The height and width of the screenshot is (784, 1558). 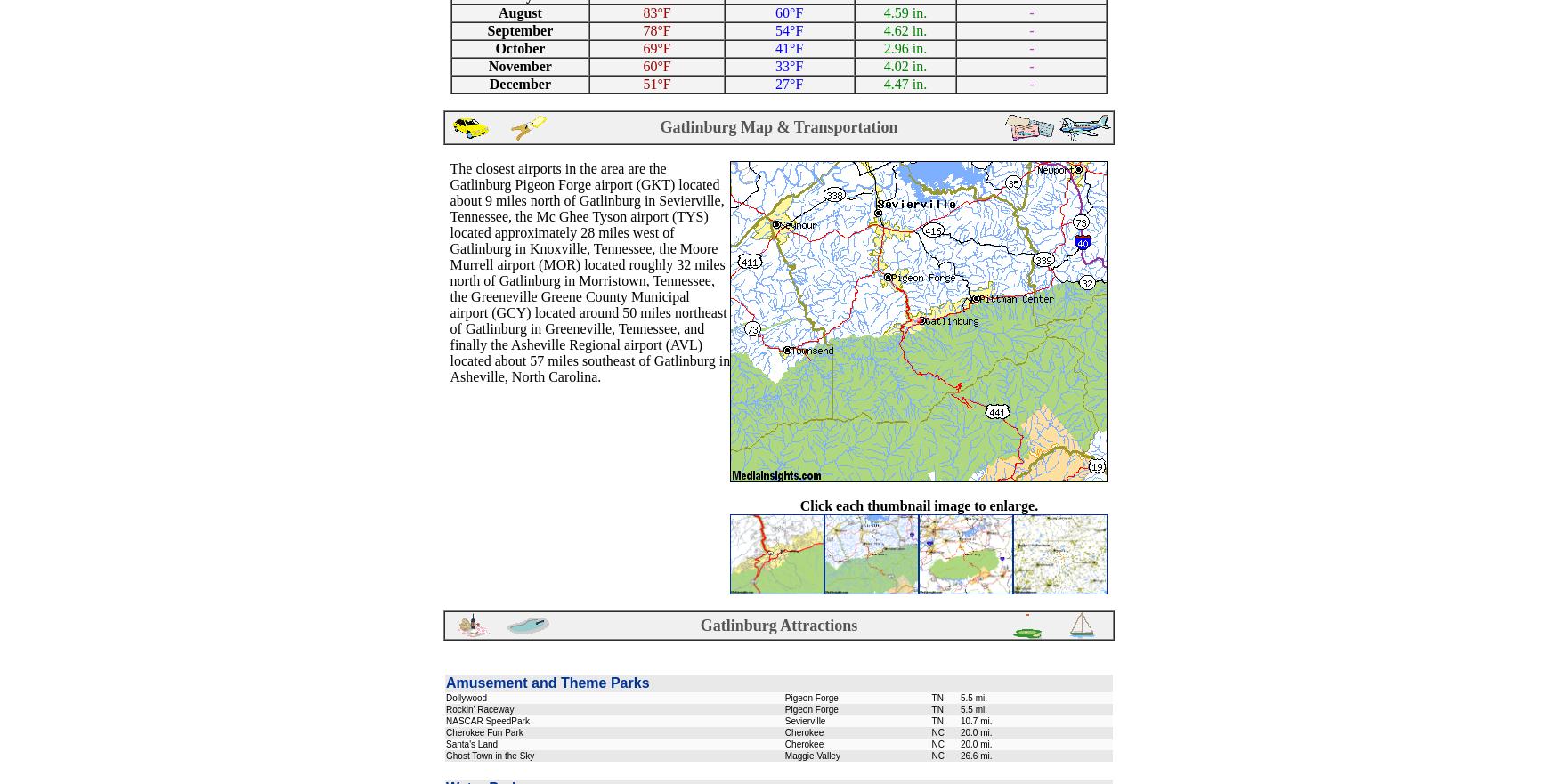 I want to click on '33°F', so click(x=788, y=65).